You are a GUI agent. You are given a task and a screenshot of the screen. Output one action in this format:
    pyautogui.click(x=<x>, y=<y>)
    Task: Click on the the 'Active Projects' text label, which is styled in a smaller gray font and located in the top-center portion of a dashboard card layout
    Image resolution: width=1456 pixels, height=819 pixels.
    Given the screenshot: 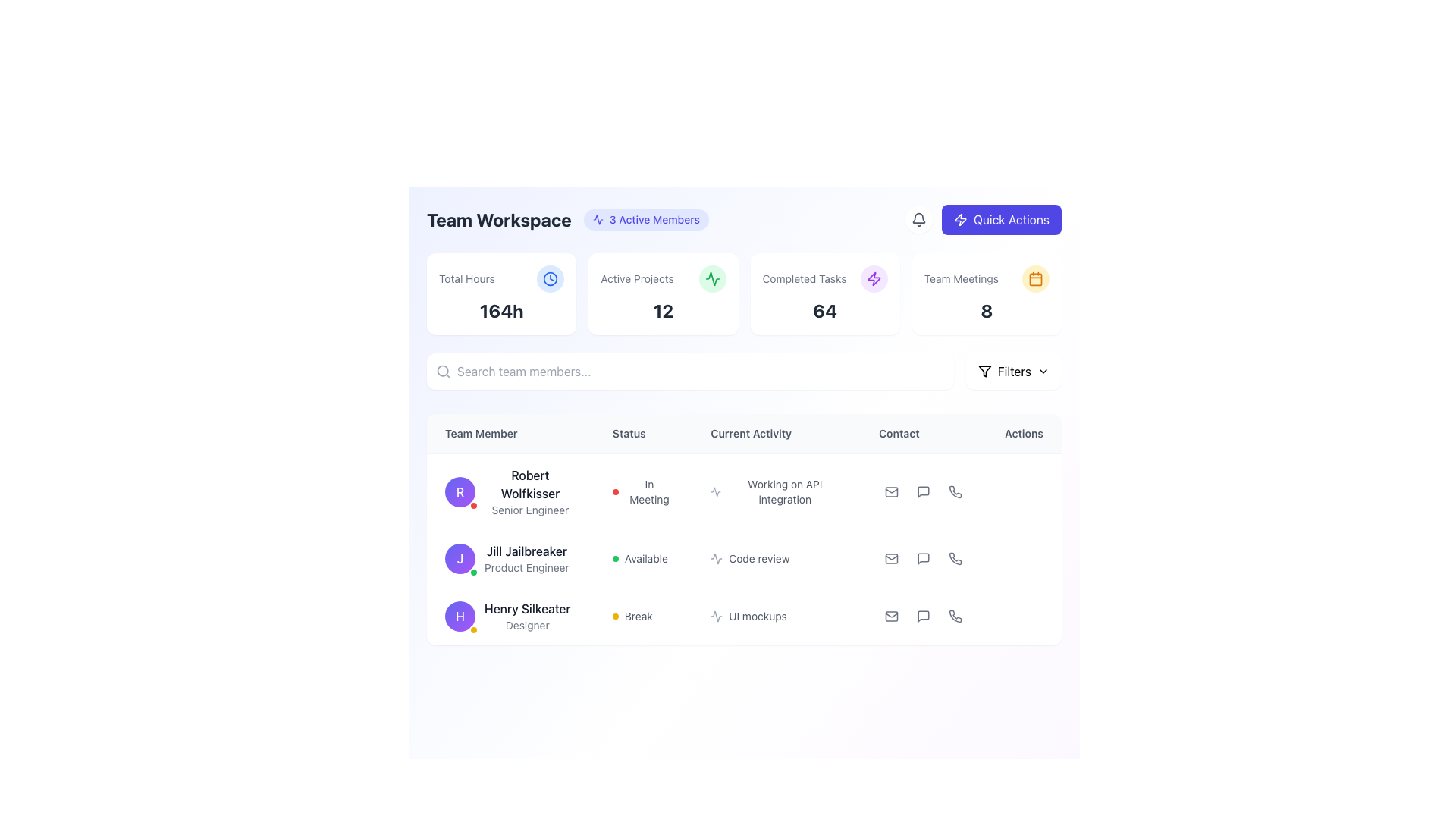 What is the action you would take?
    pyautogui.click(x=663, y=278)
    